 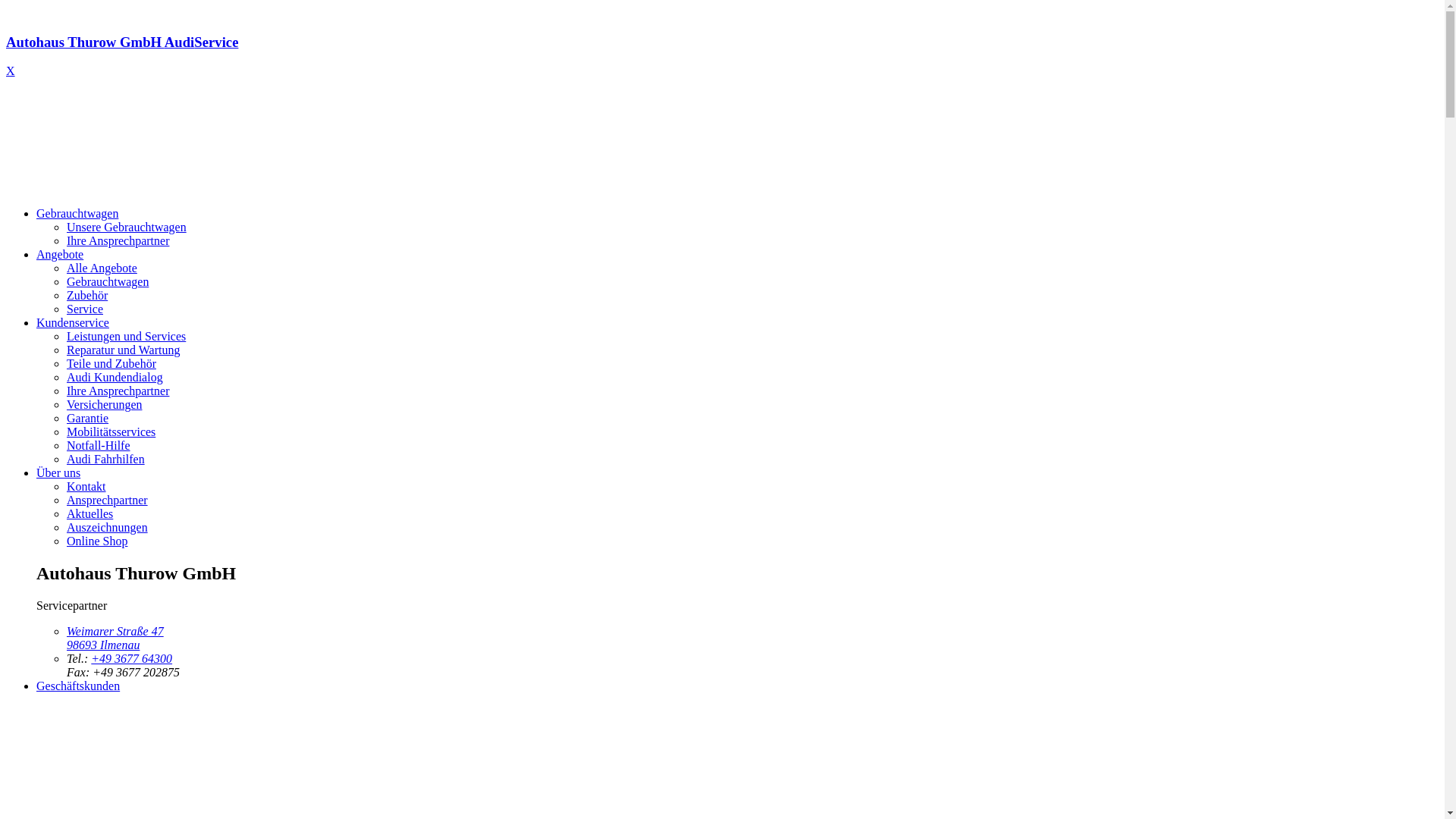 I want to click on 'Autohaus Thurow GmbH AudiService', so click(x=721, y=55).